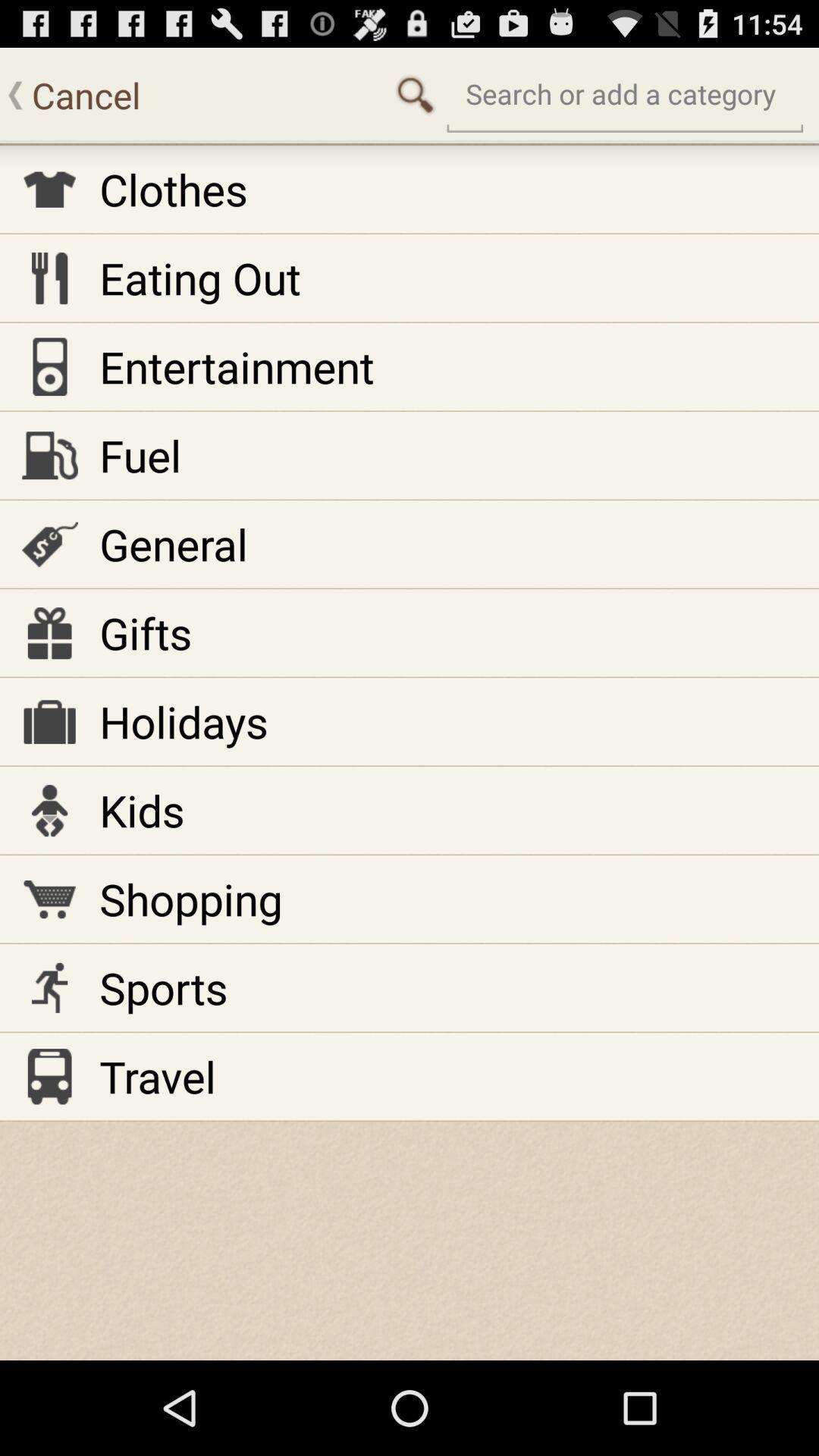  I want to click on the icon below the shopping item, so click(164, 987).